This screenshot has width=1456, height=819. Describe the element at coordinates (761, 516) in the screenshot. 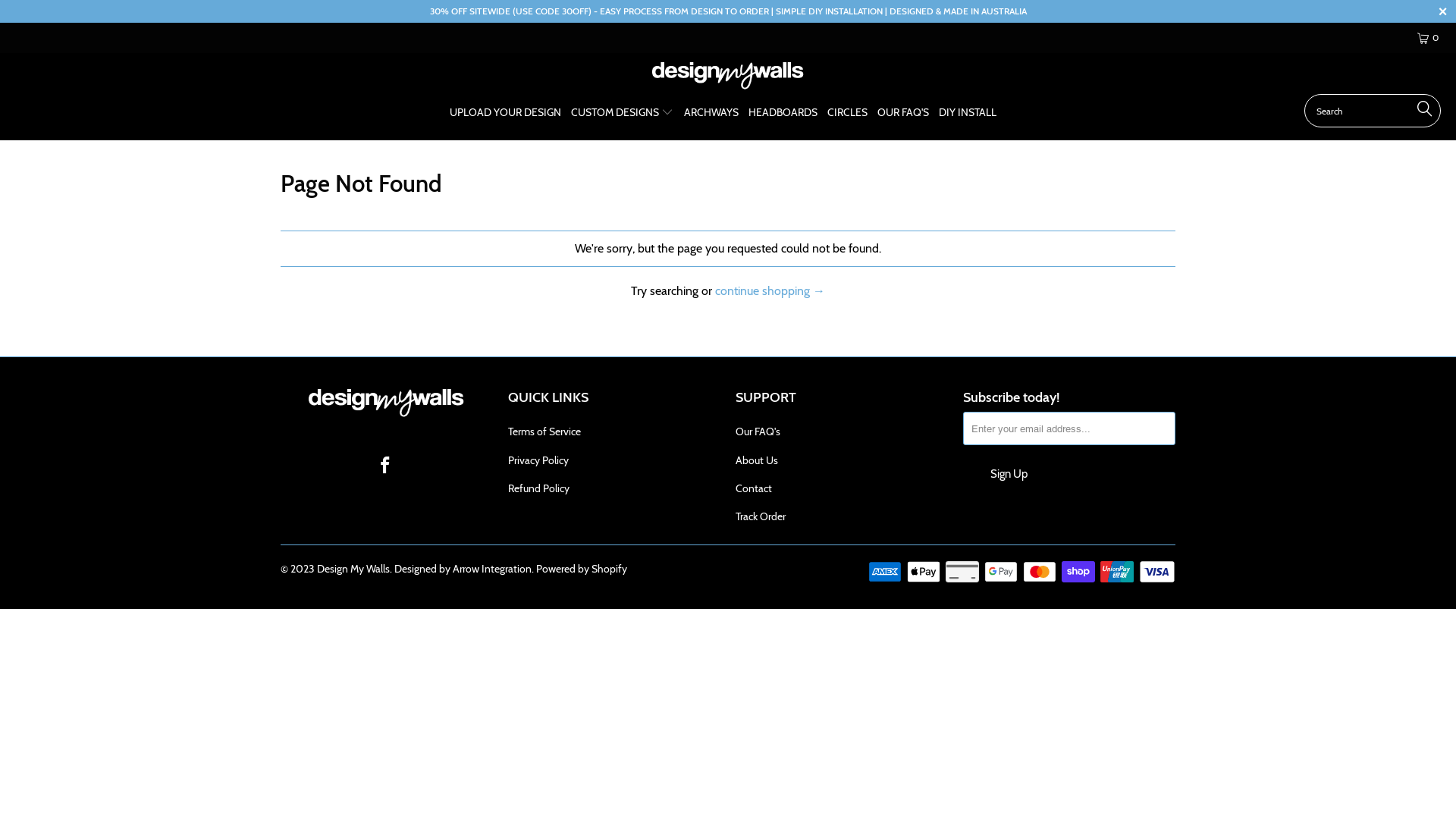

I see `'Track Order'` at that location.